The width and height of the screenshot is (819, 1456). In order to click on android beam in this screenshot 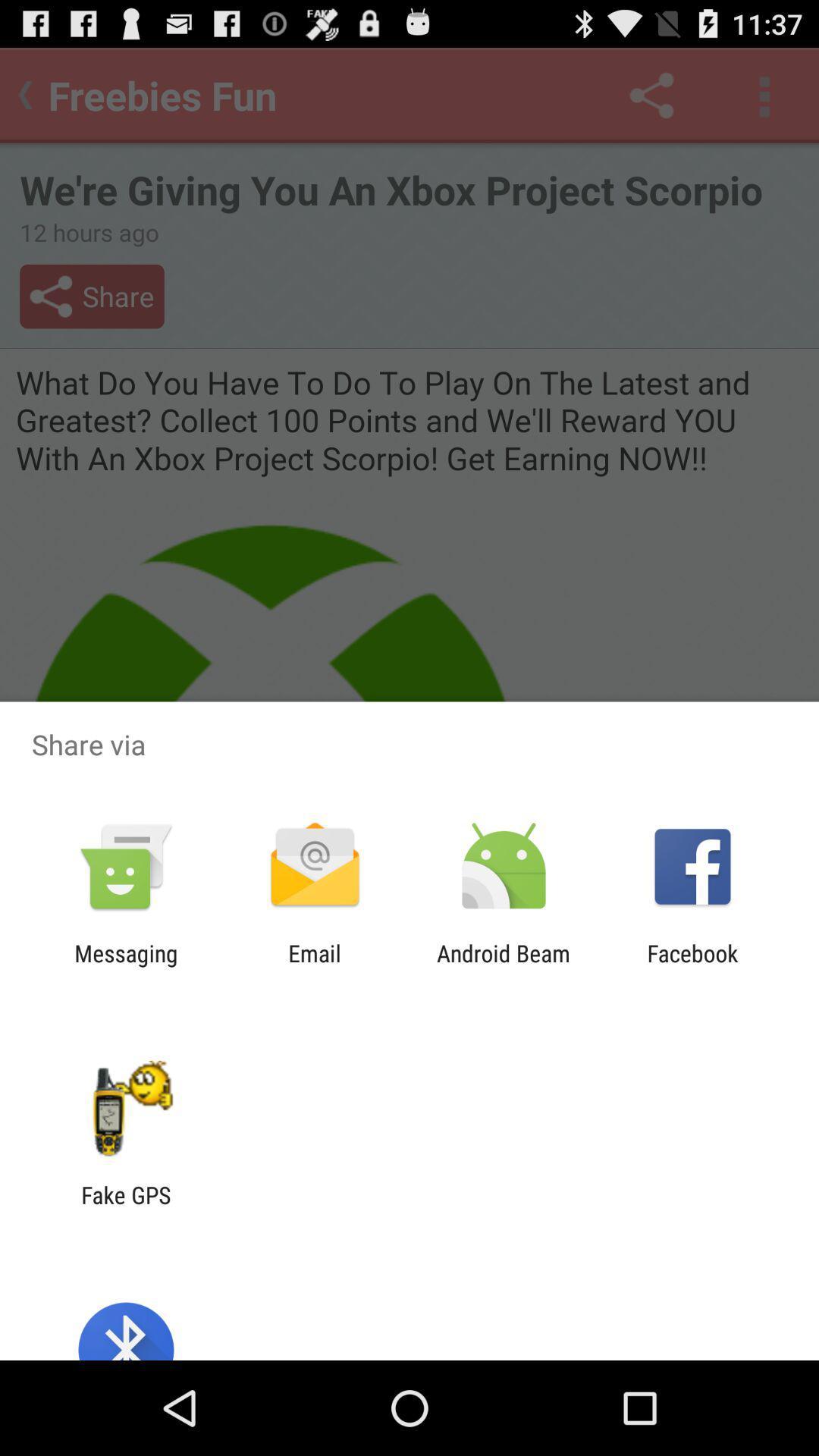, I will do `click(504, 966)`.